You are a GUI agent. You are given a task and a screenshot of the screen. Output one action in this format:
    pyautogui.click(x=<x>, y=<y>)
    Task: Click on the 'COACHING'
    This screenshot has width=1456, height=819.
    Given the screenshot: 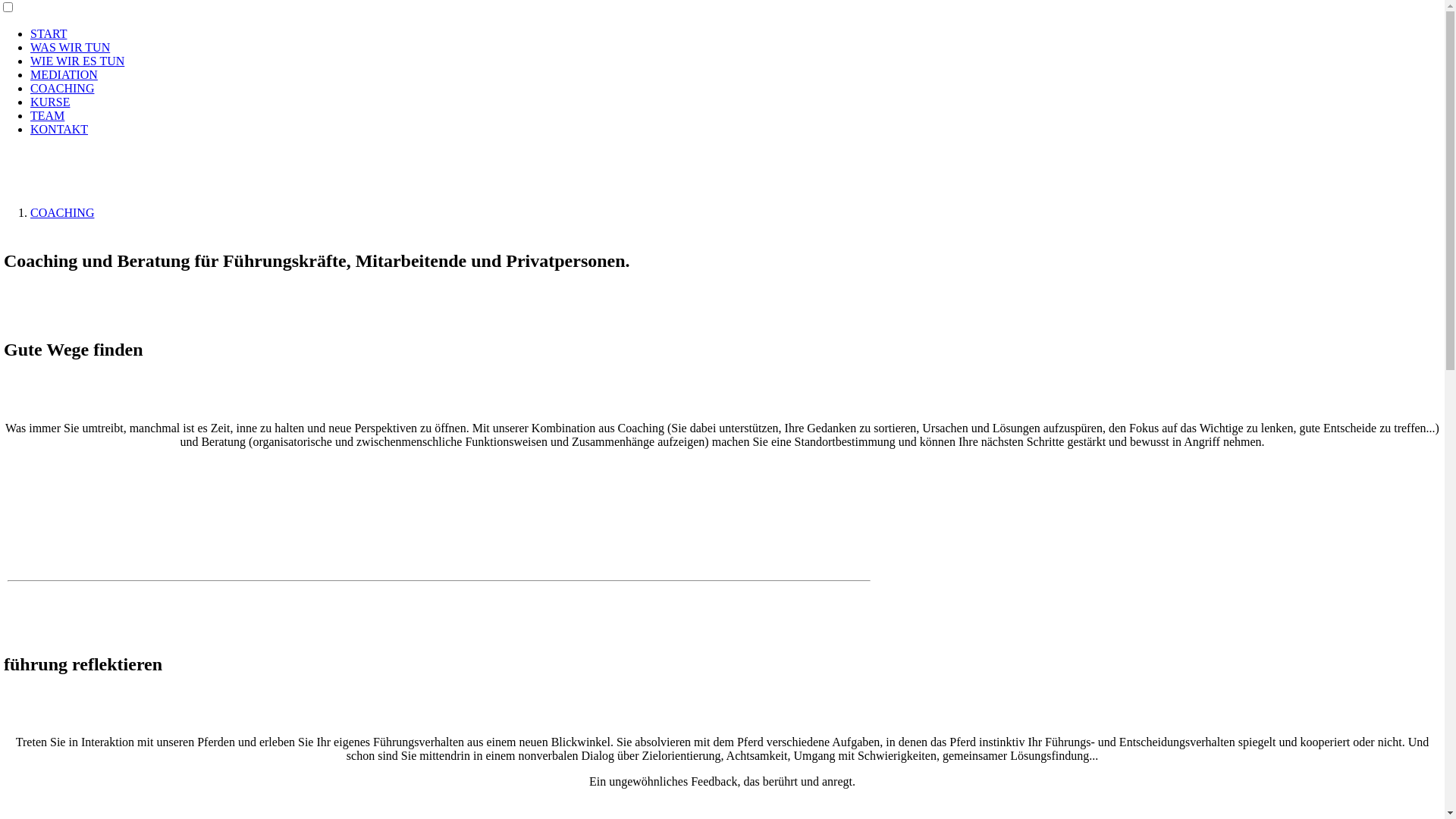 What is the action you would take?
    pyautogui.click(x=30, y=212)
    